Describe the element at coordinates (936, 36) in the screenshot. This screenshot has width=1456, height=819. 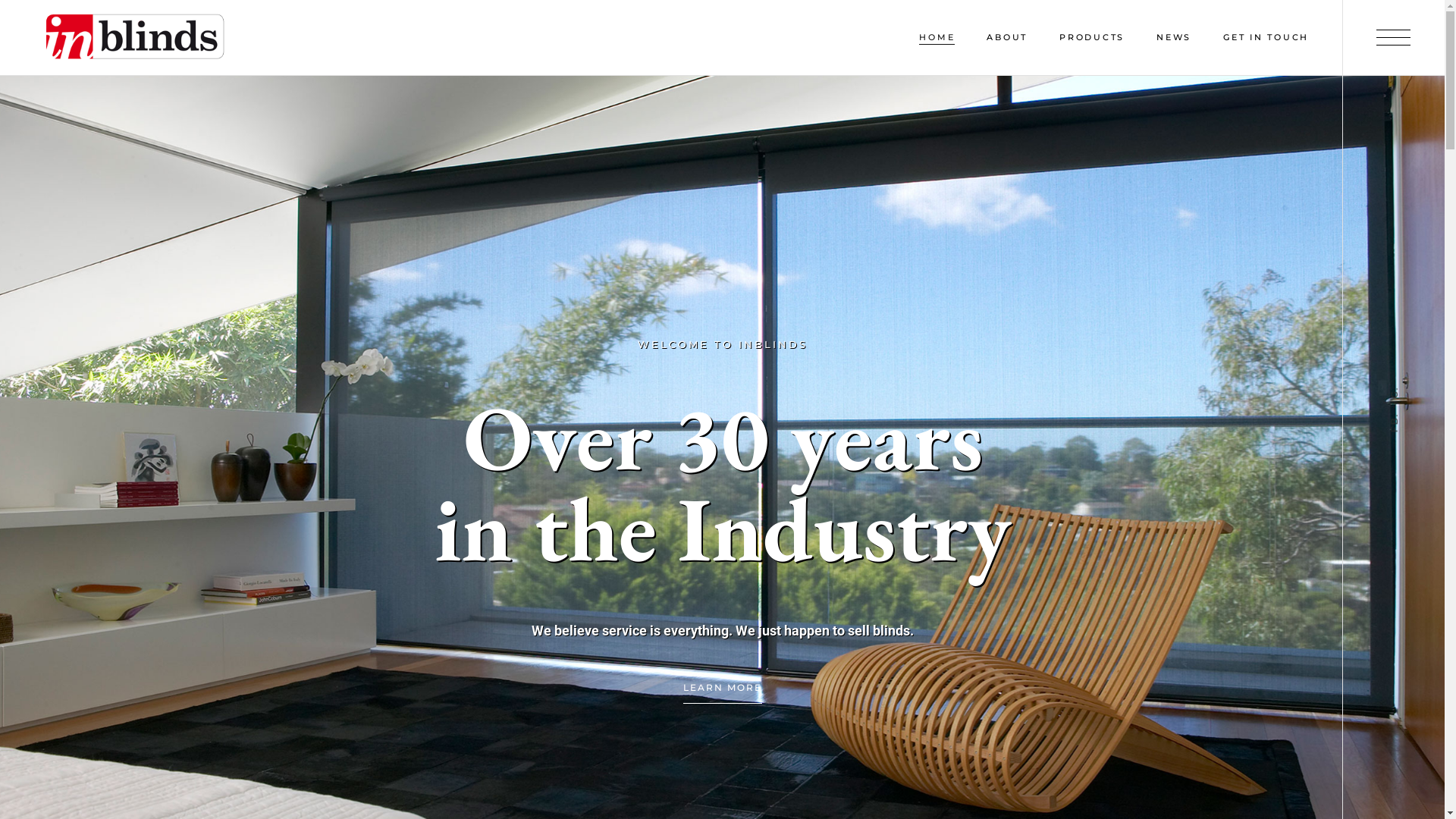
I see `'HOME'` at that location.